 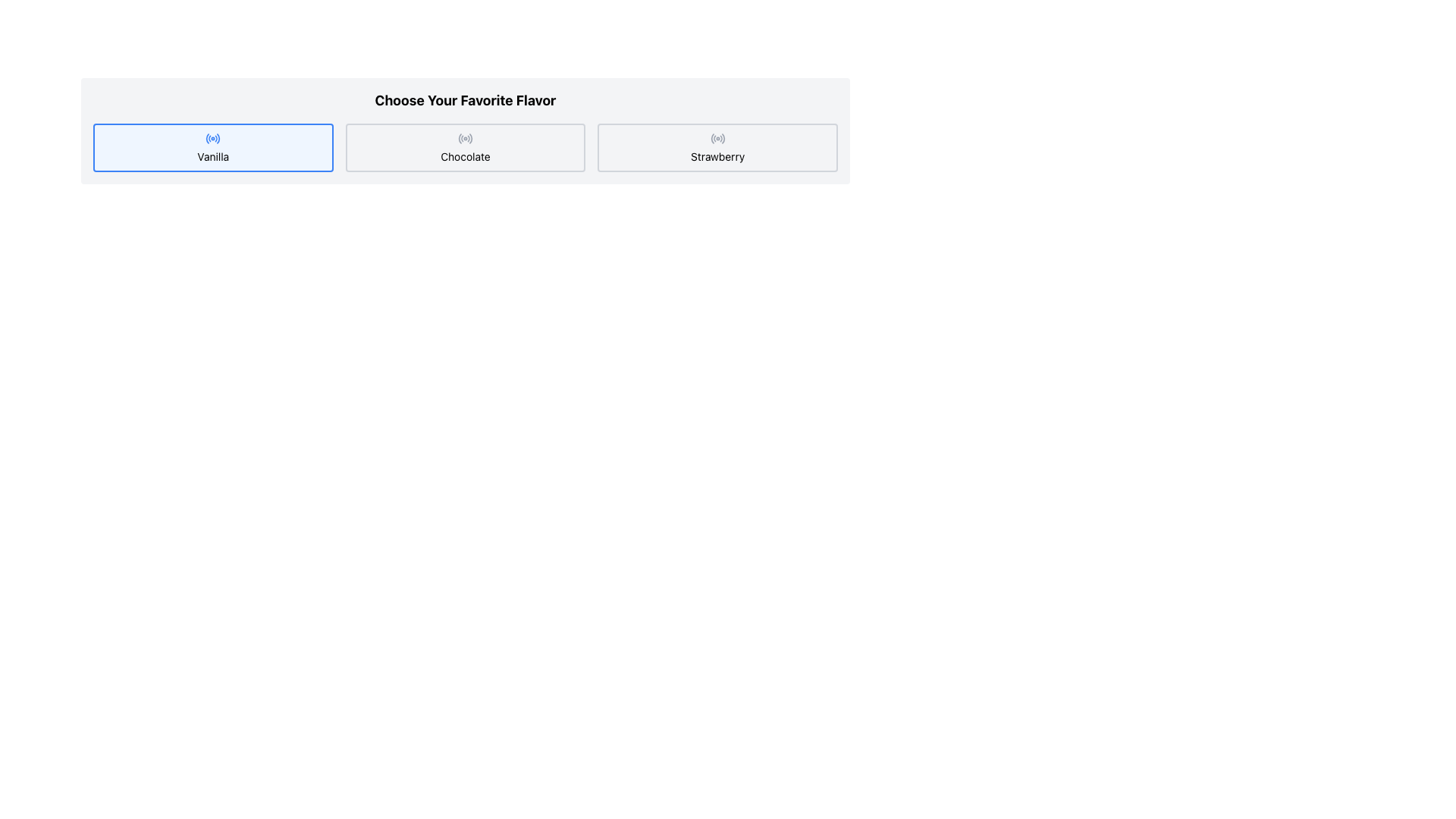 What do you see at coordinates (711, 138) in the screenshot?
I see `the innermost arc of the graphical icon associated with the 'Strawberry' button, which is the third button from the left in the row of options` at bounding box center [711, 138].